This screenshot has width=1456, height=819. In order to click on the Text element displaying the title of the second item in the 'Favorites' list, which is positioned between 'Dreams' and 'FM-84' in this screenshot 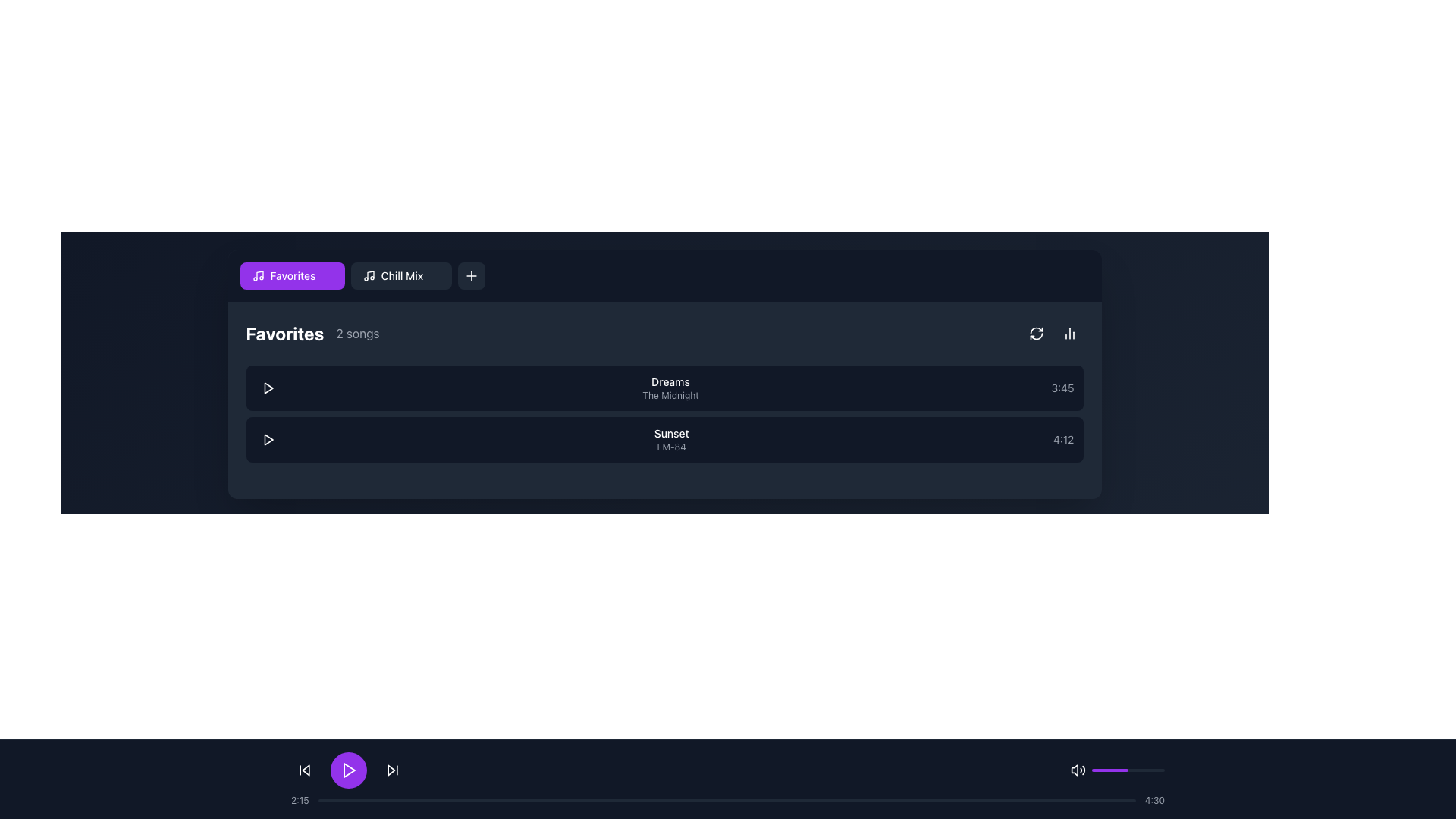, I will do `click(670, 433)`.